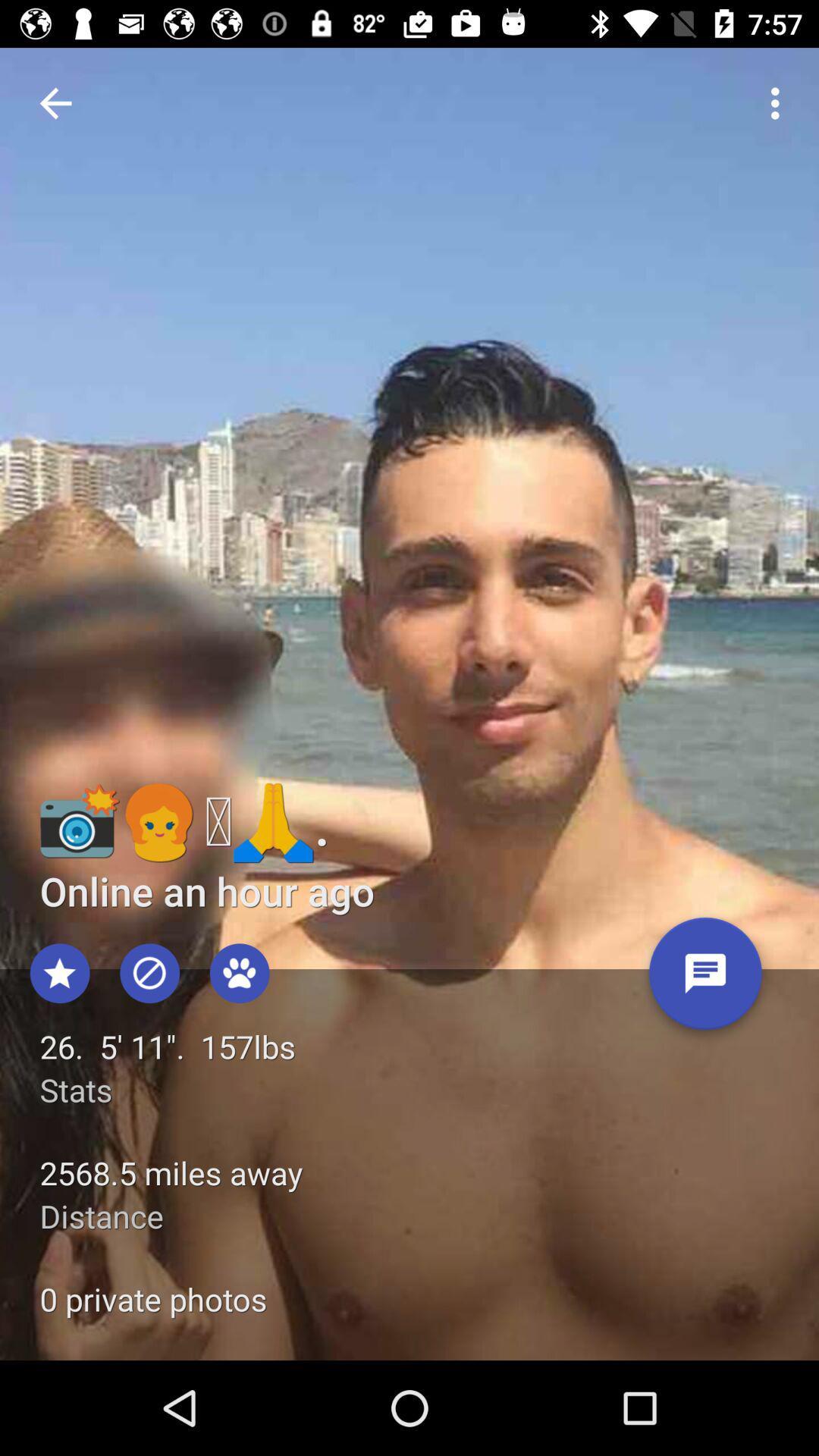 This screenshot has height=1456, width=819. What do you see at coordinates (705, 979) in the screenshot?
I see `message` at bounding box center [705, 979].